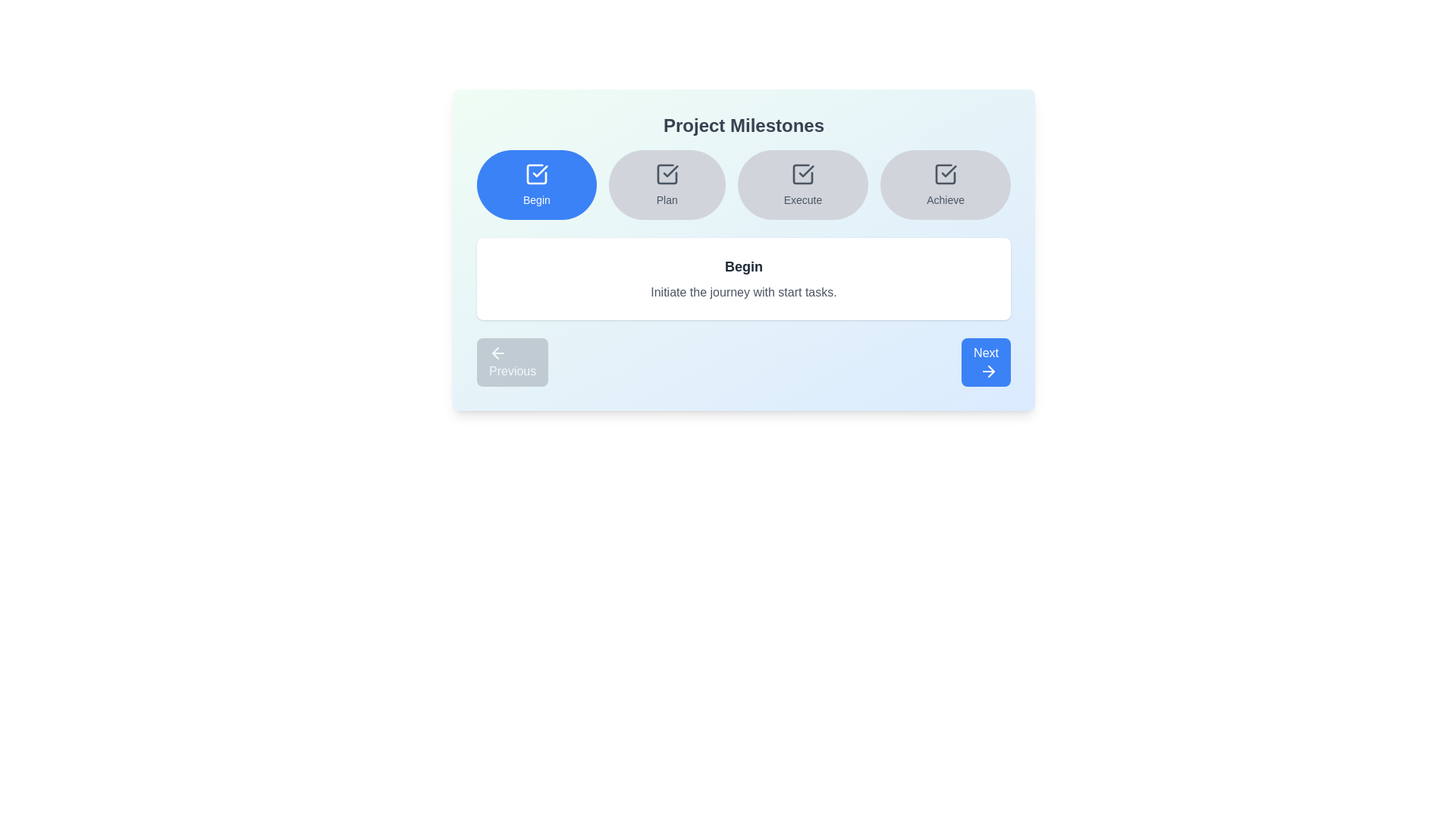 This screenshot has width=1456, height=819. Describe the element at coordinates (743, 292) in the screenshot. I see `the text label displaying 'Initiate the journey with start tasks.' which is styled in gray and positioned below the title 'Begin.'` at that location.